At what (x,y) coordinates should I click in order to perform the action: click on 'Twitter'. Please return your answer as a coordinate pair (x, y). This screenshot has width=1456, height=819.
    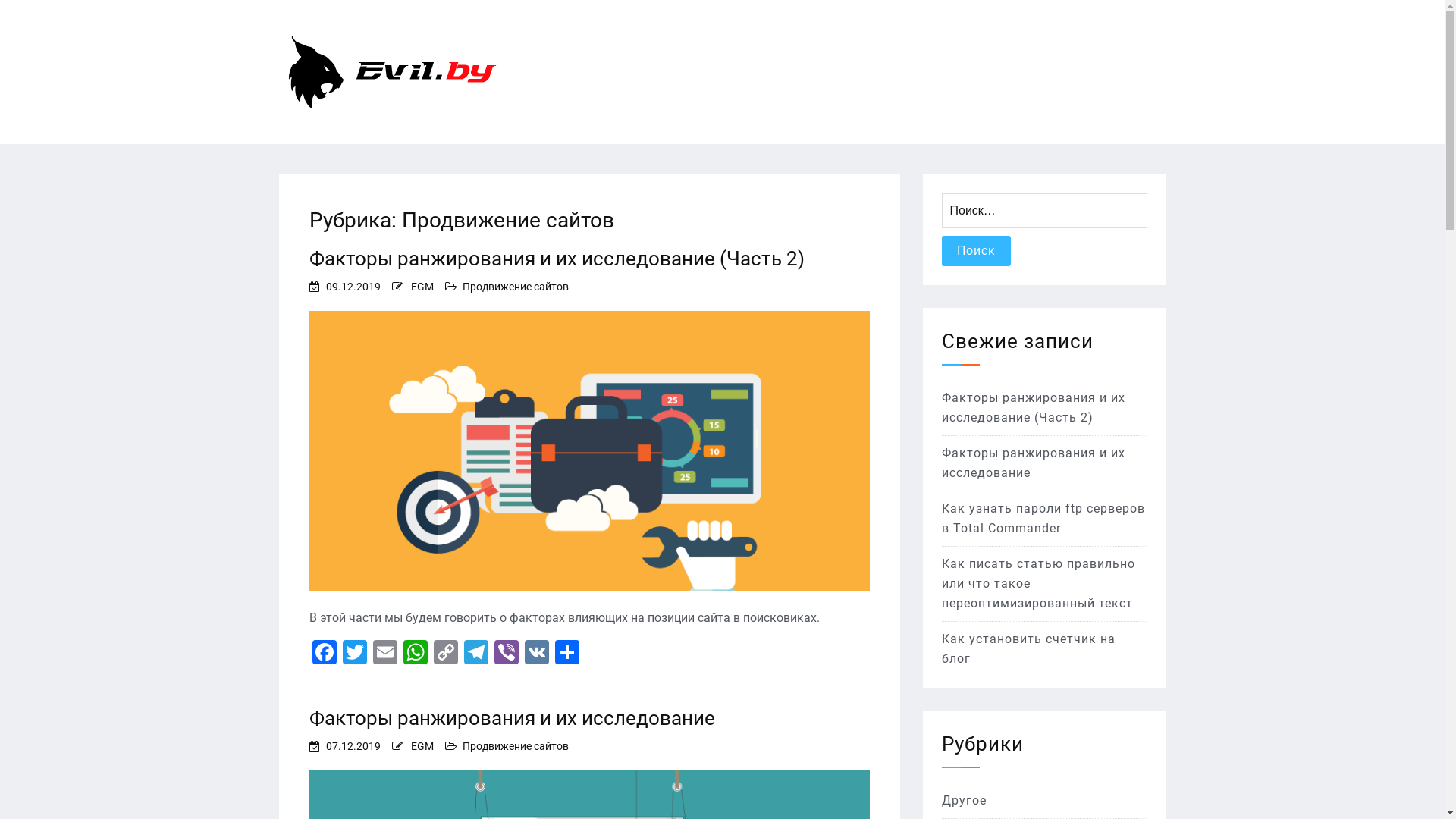
    Looking at the image, I should click on (338, 653).